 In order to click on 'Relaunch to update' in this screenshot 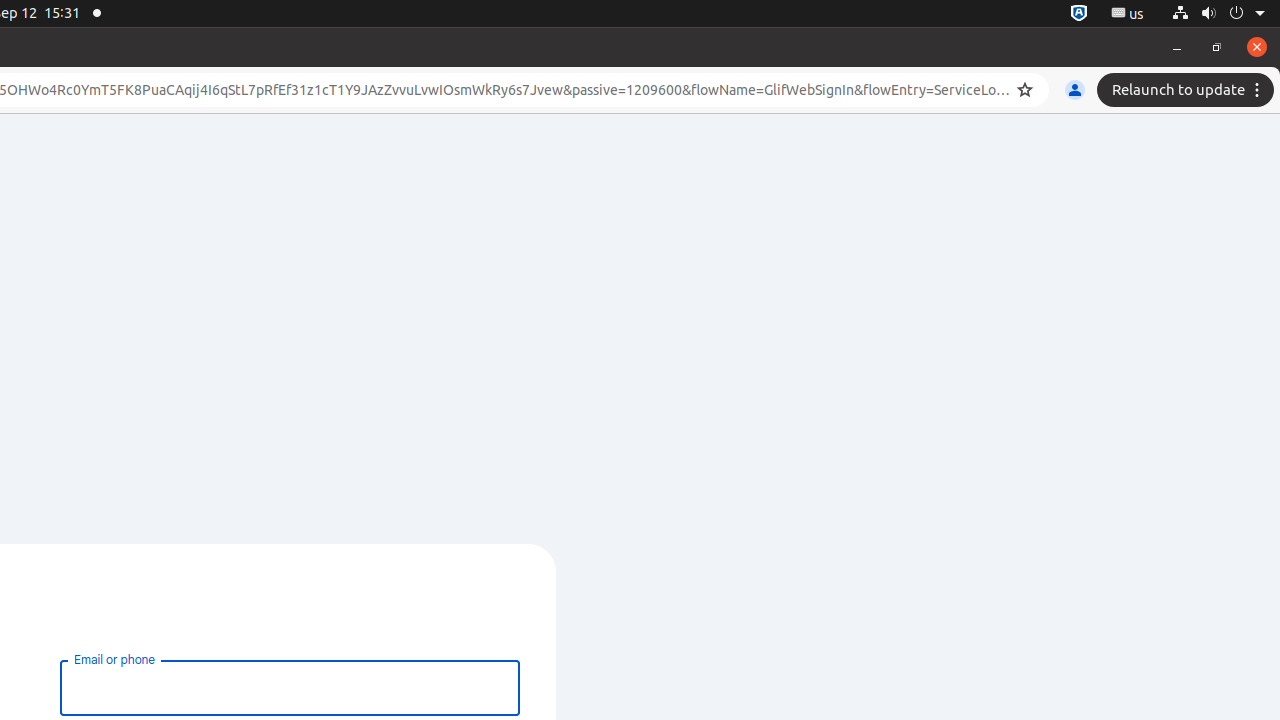, I will do `click(1188, 90)`.